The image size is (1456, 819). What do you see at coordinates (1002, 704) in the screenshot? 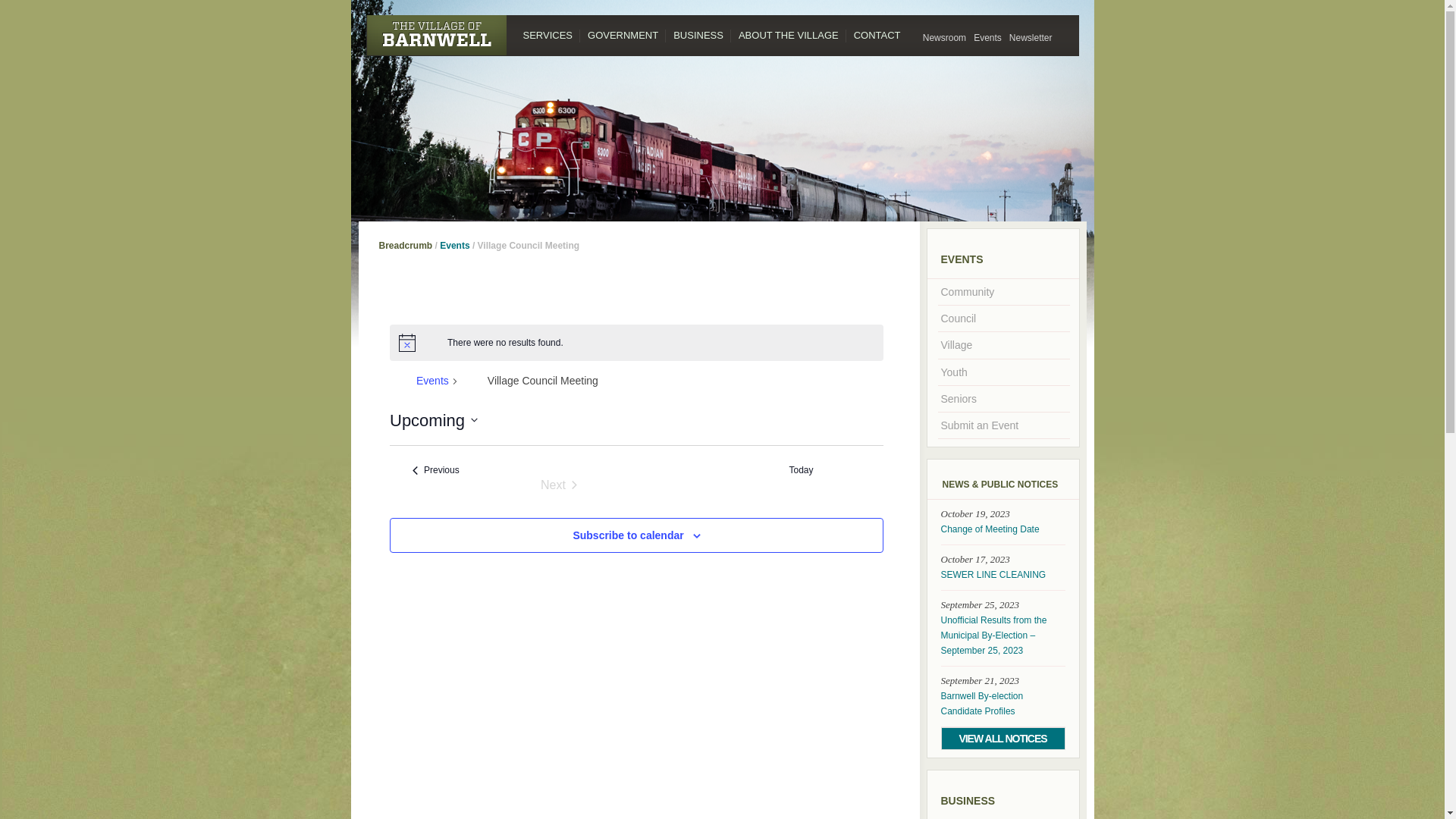
I see `'Barnwell By-election Candidate Profiles'` at bounding box center [1002, 704].